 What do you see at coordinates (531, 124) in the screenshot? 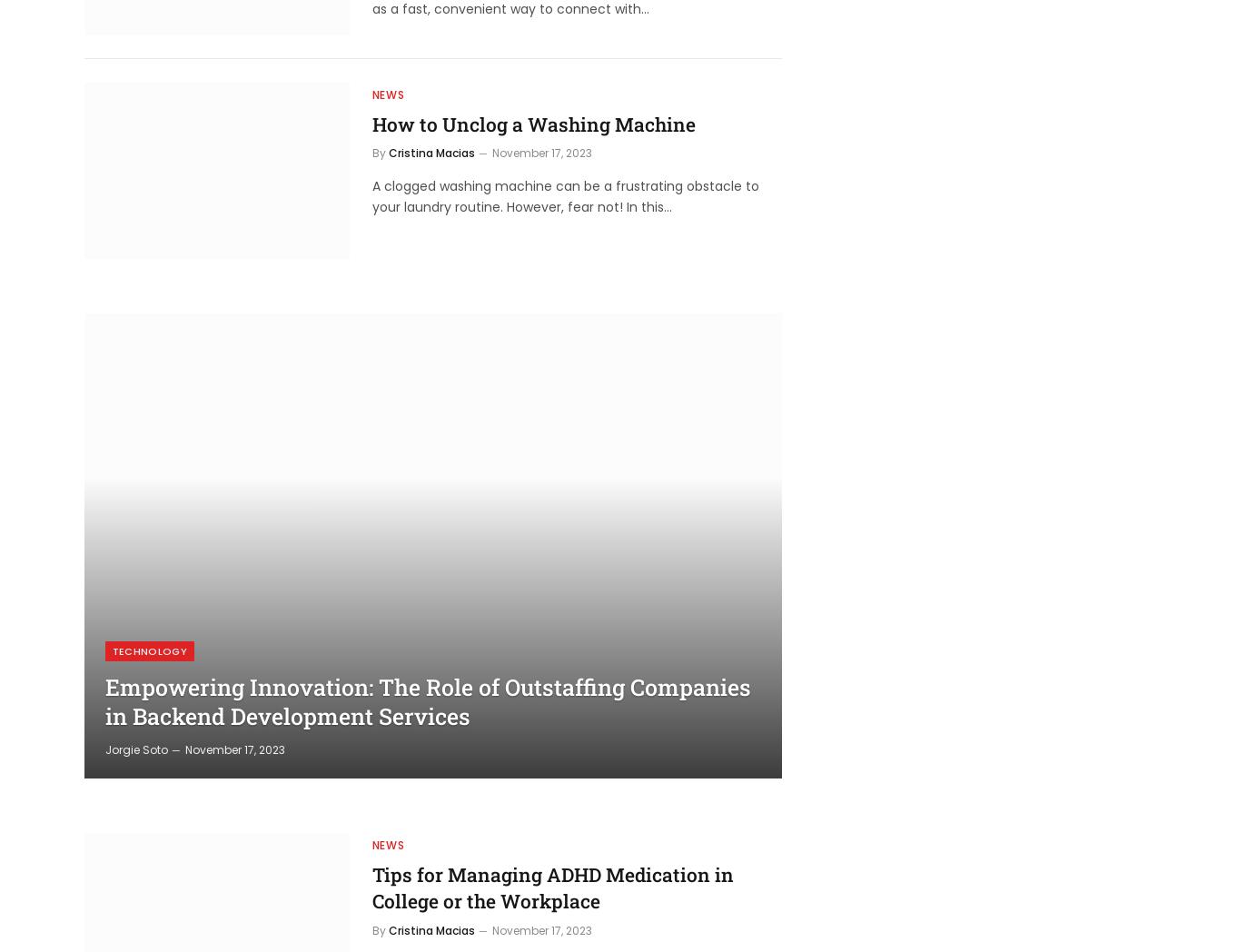
I see `'How to Unclog a Washing Machine'` at bounding box center [531, 124].